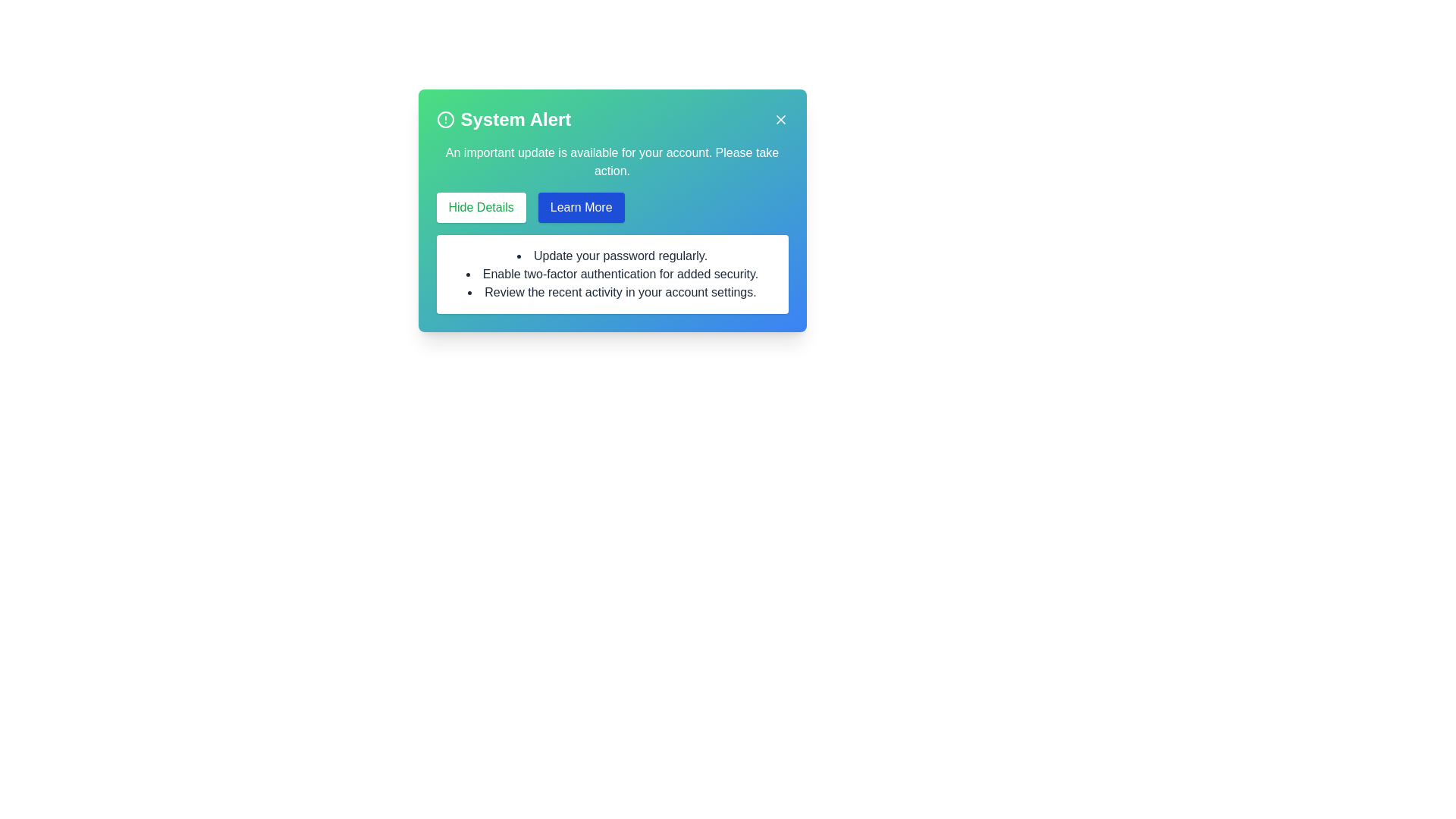 The height and width of the screenshot is (819, 1456). I want to click on the text element that reads 'Review the recent activity in your account settings.' which is the third item in the ordered list inside the notification window, so click(612, 292).